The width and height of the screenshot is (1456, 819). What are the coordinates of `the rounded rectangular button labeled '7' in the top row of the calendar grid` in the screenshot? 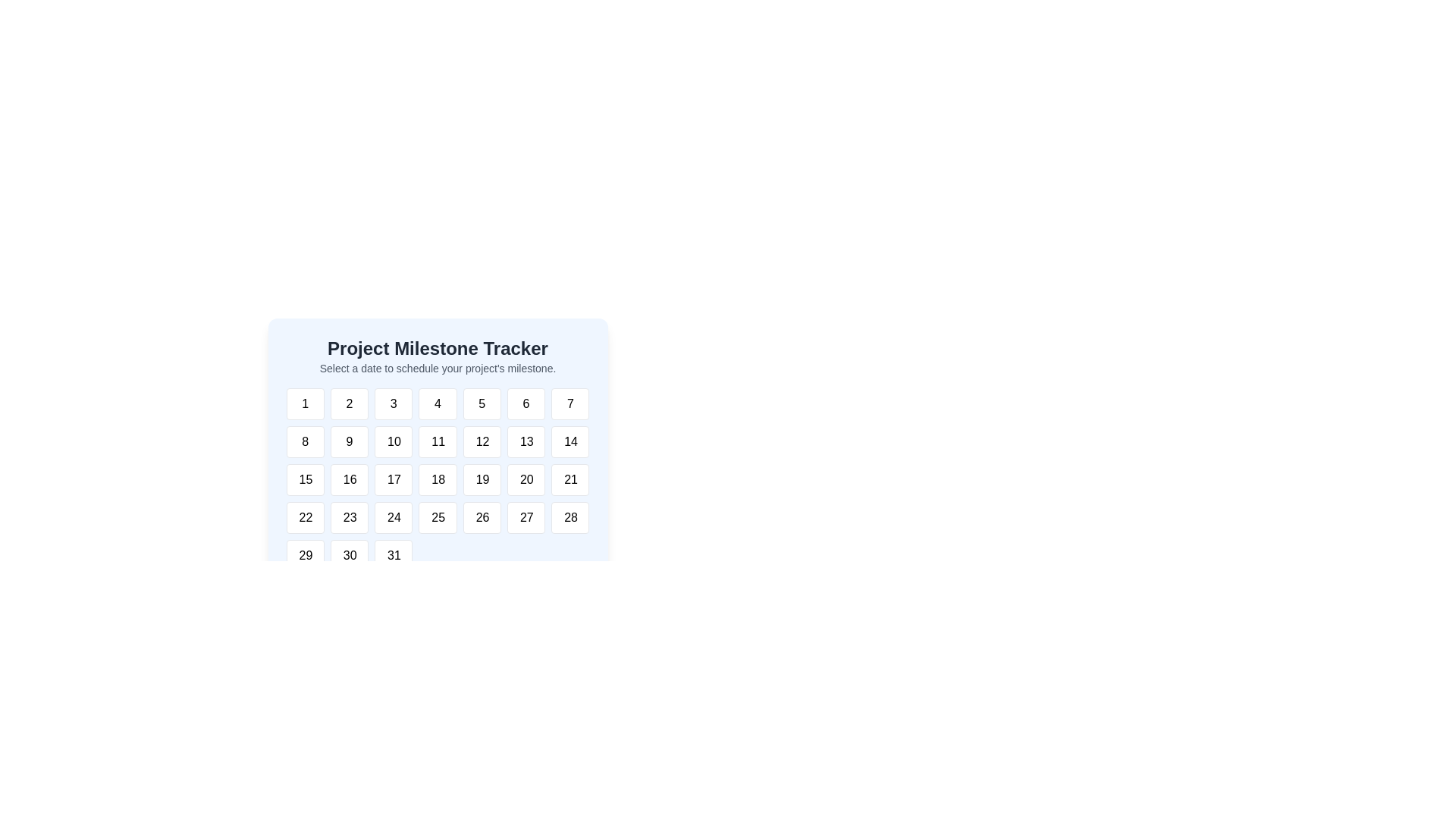 It's located at (570, 403).